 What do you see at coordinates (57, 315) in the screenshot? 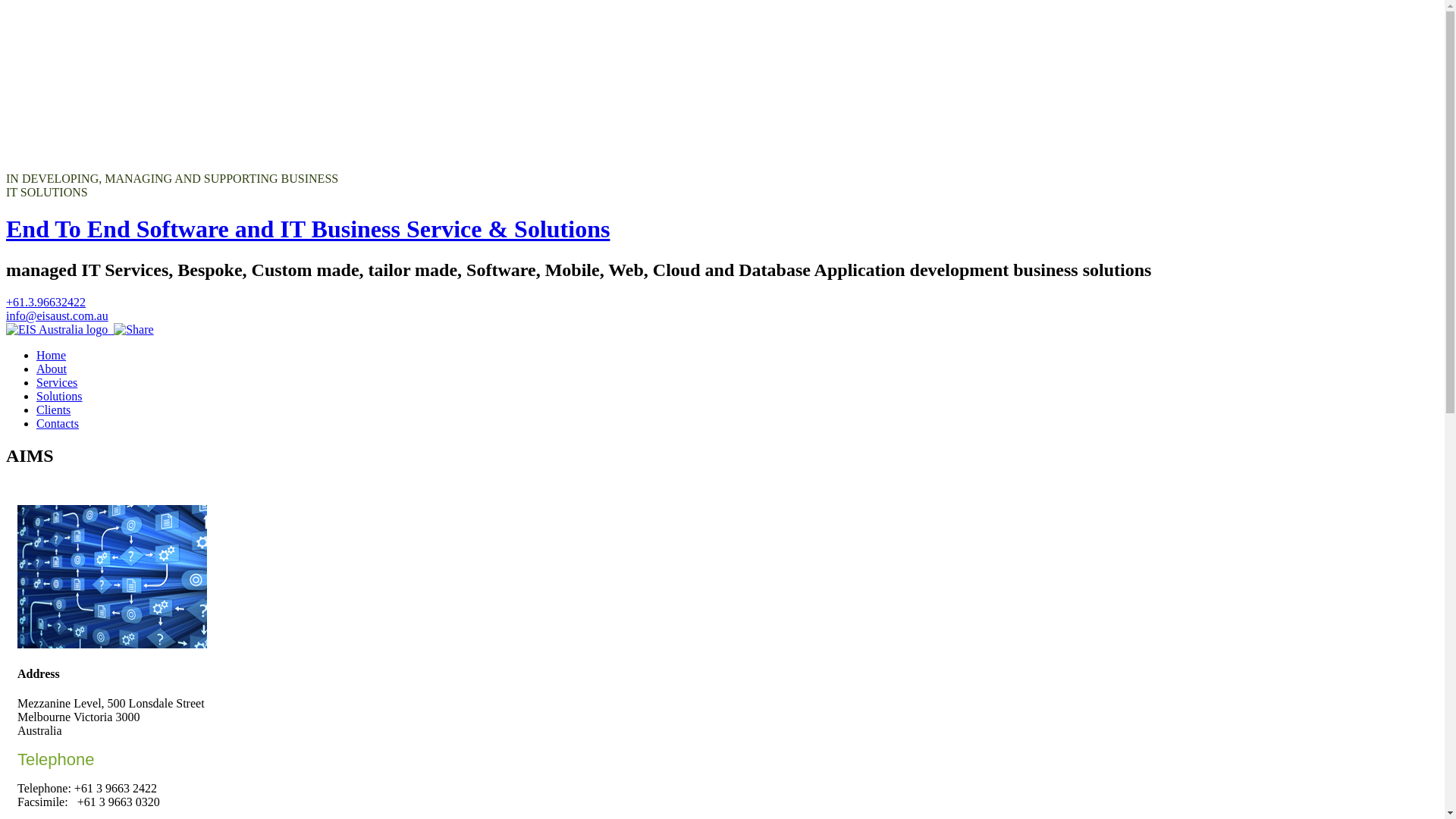
I see `'info@eisaust.com.au'` at bounding box center [57, 315].